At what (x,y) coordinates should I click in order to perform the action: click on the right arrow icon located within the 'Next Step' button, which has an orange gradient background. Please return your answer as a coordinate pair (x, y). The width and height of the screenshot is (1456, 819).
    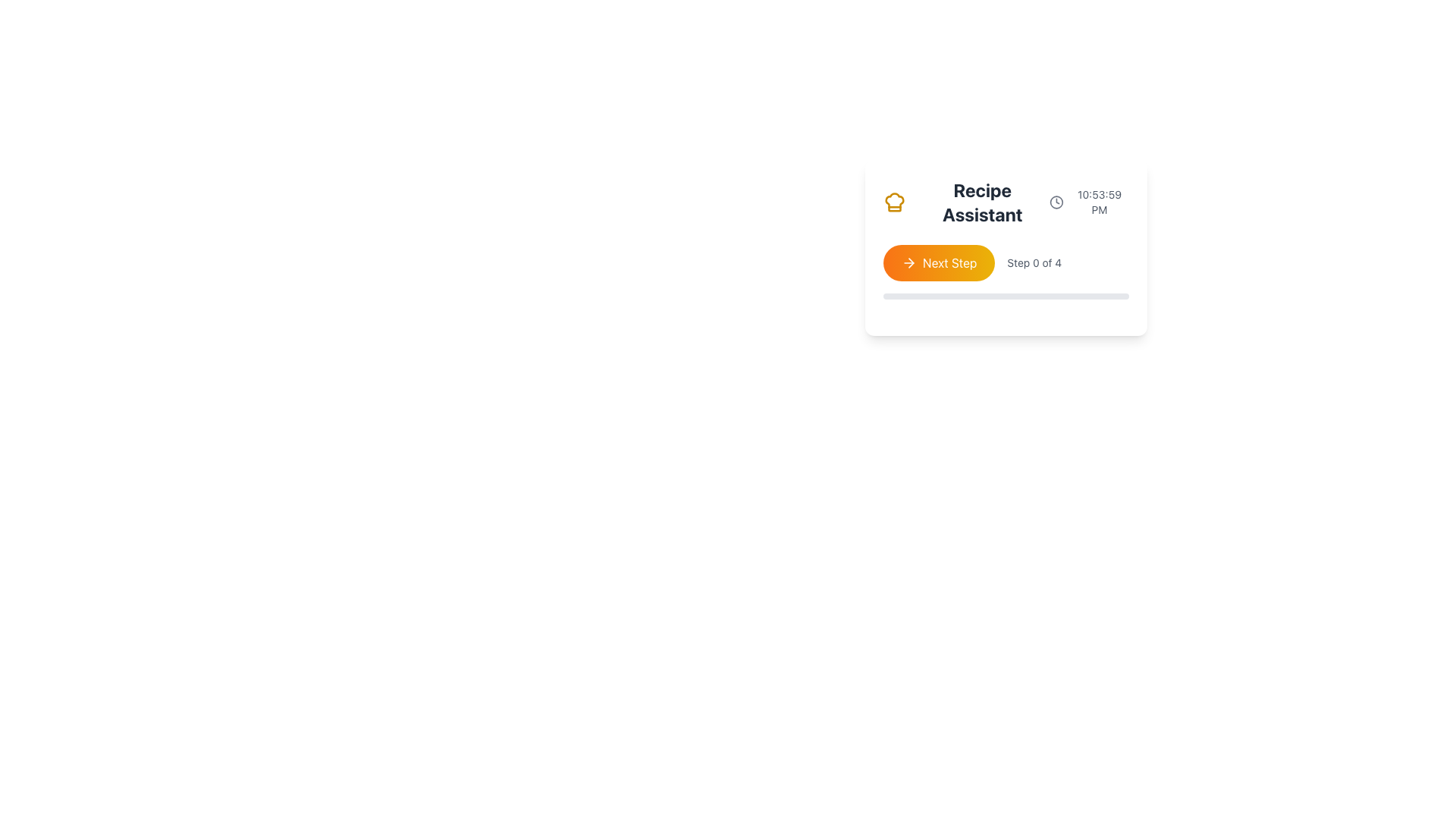
    Looking at the image, I should click on (909, 262).